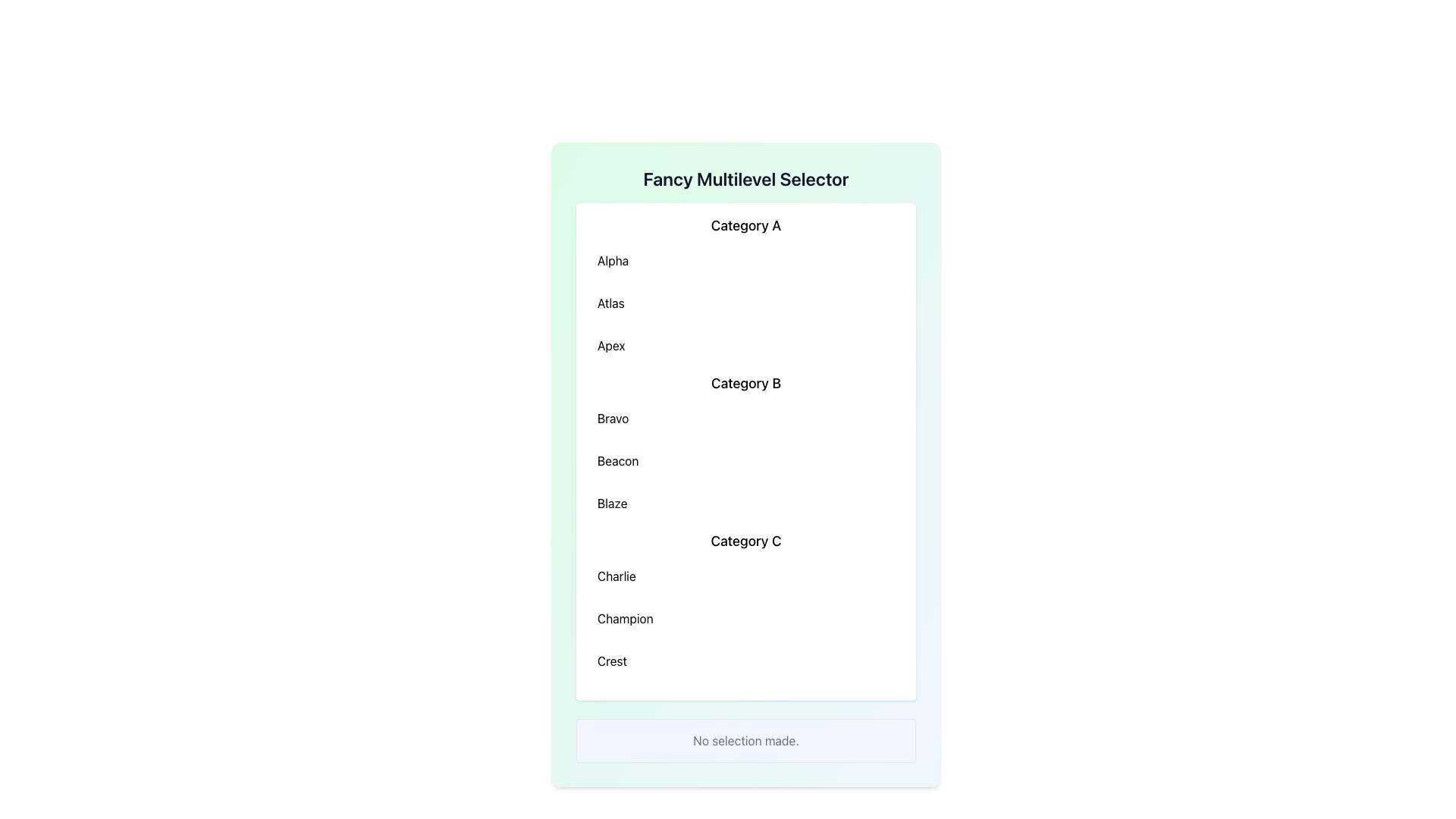  What do you see at coordinates (613, 259) in the screenshot?
I see `the text label displaying 'Alpha', which is the first item in the list under the heading 'Category A'` at bounding box center [613, 259].